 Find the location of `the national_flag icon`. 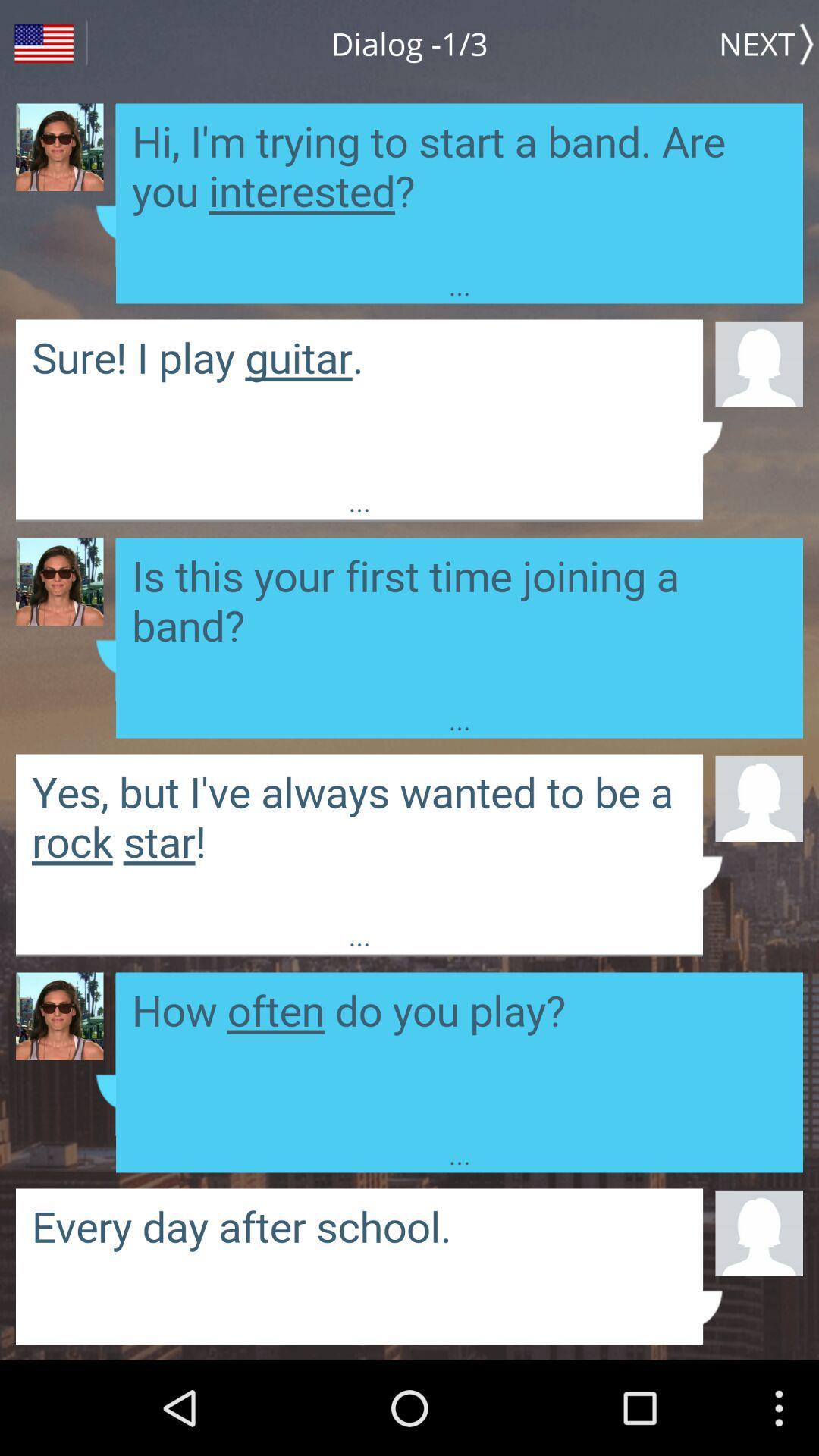

the national_flag icon is located at coordinates (42, 46).